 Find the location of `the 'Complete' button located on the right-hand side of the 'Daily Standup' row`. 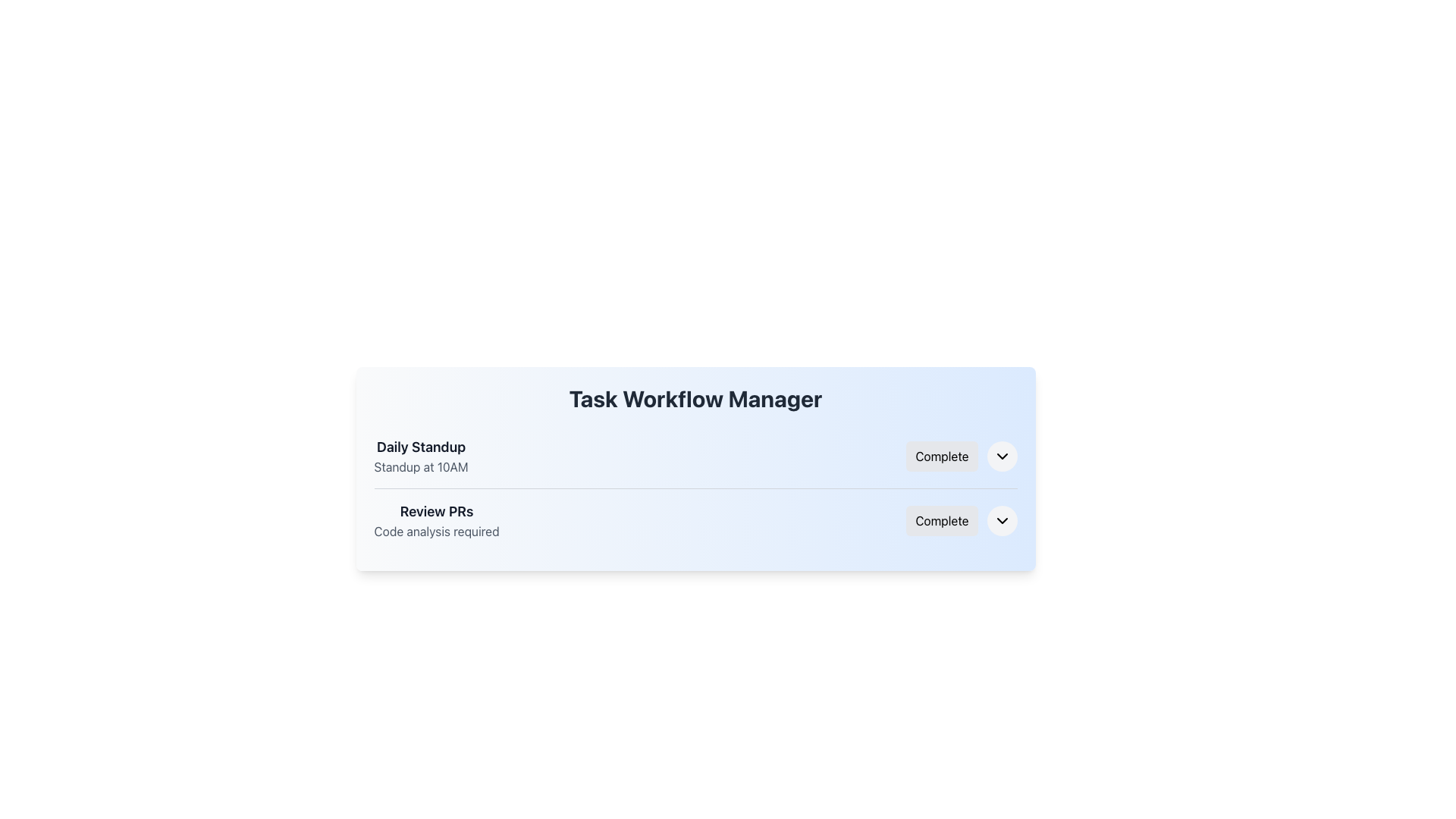

the 'Complete' button located on the right-hand side of the 'Daily Standup' row is located at coordinates (941, 455).